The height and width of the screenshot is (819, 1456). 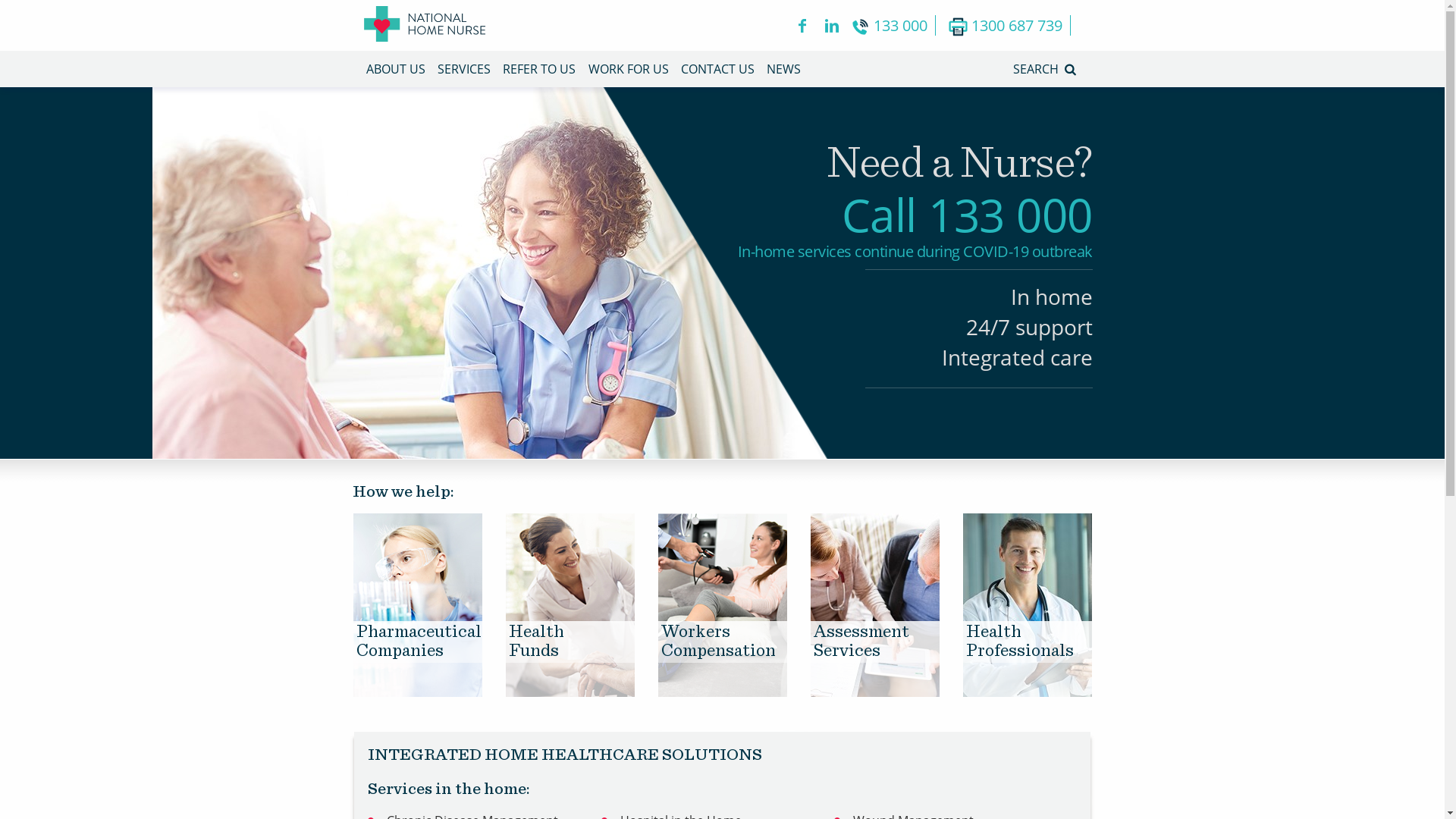 I want to click on '133 000', so click(x=893, y=25).